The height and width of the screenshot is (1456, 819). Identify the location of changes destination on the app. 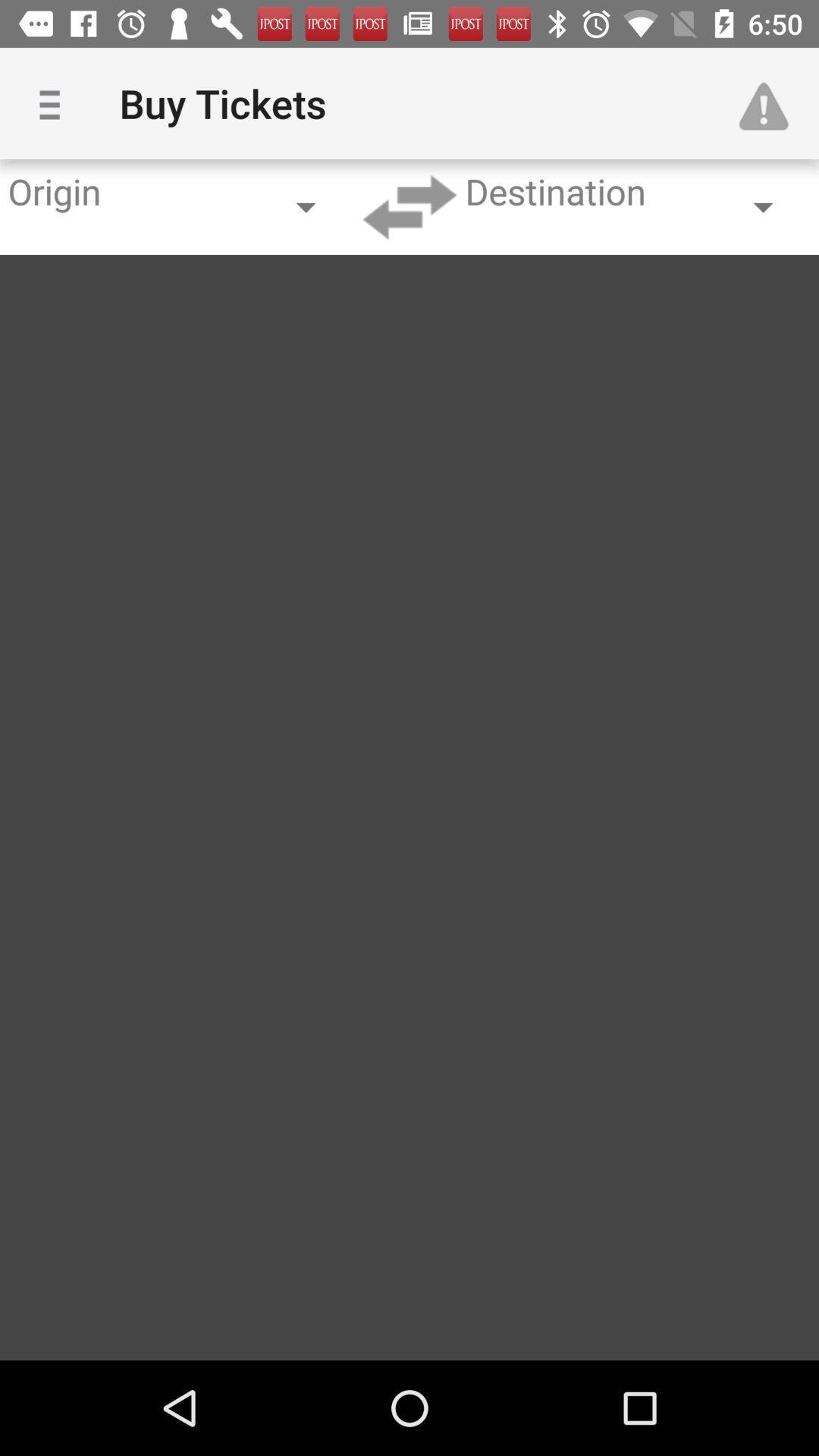
(409, 206).